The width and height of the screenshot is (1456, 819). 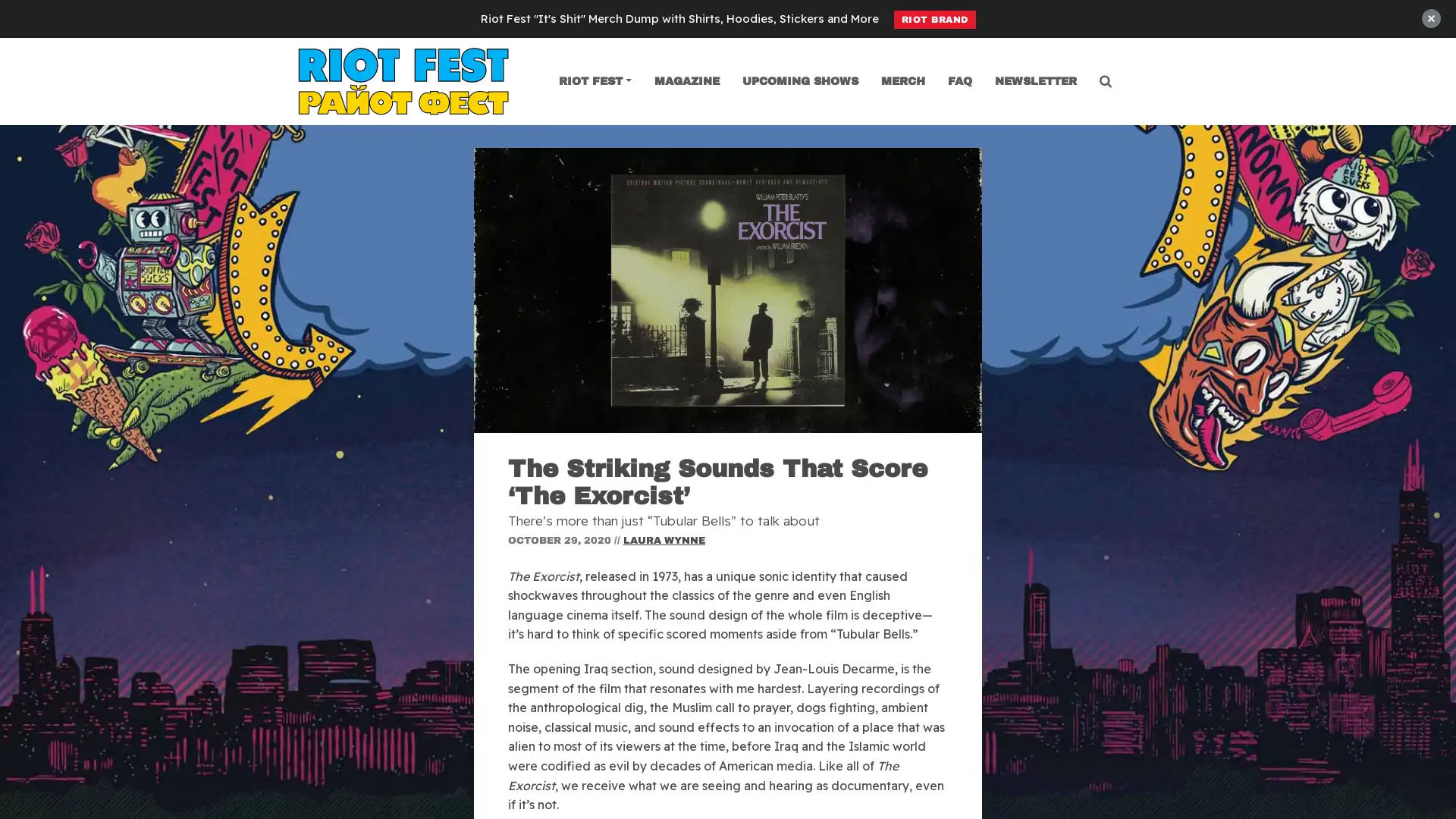 What do you see at coordinates (1409, 69) in the screenshot?
I see `CLOSE` at bounding box center [1409, 69].